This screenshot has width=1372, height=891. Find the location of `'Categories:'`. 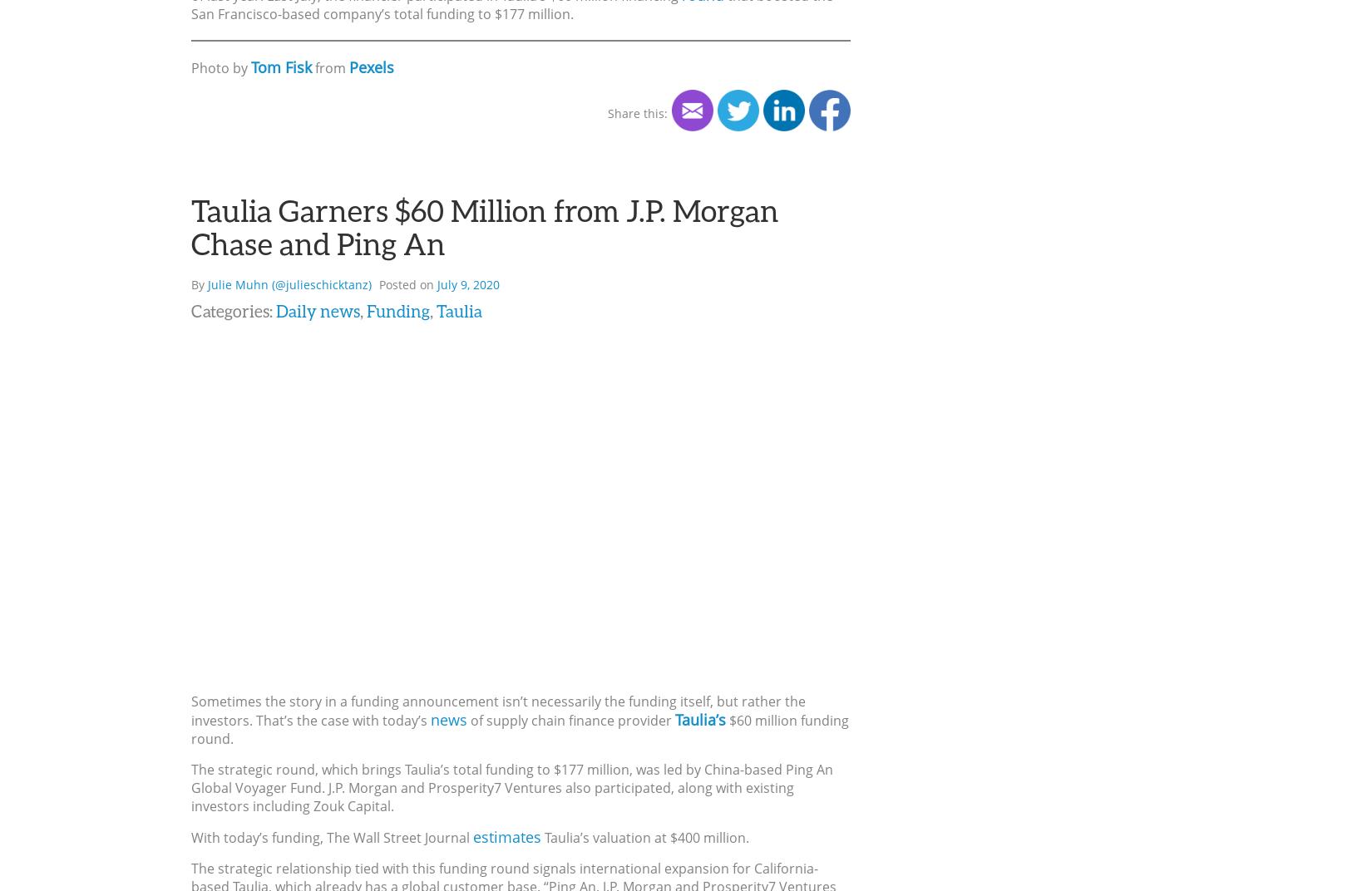

'Categories:' is located at coordinates (233, 309).